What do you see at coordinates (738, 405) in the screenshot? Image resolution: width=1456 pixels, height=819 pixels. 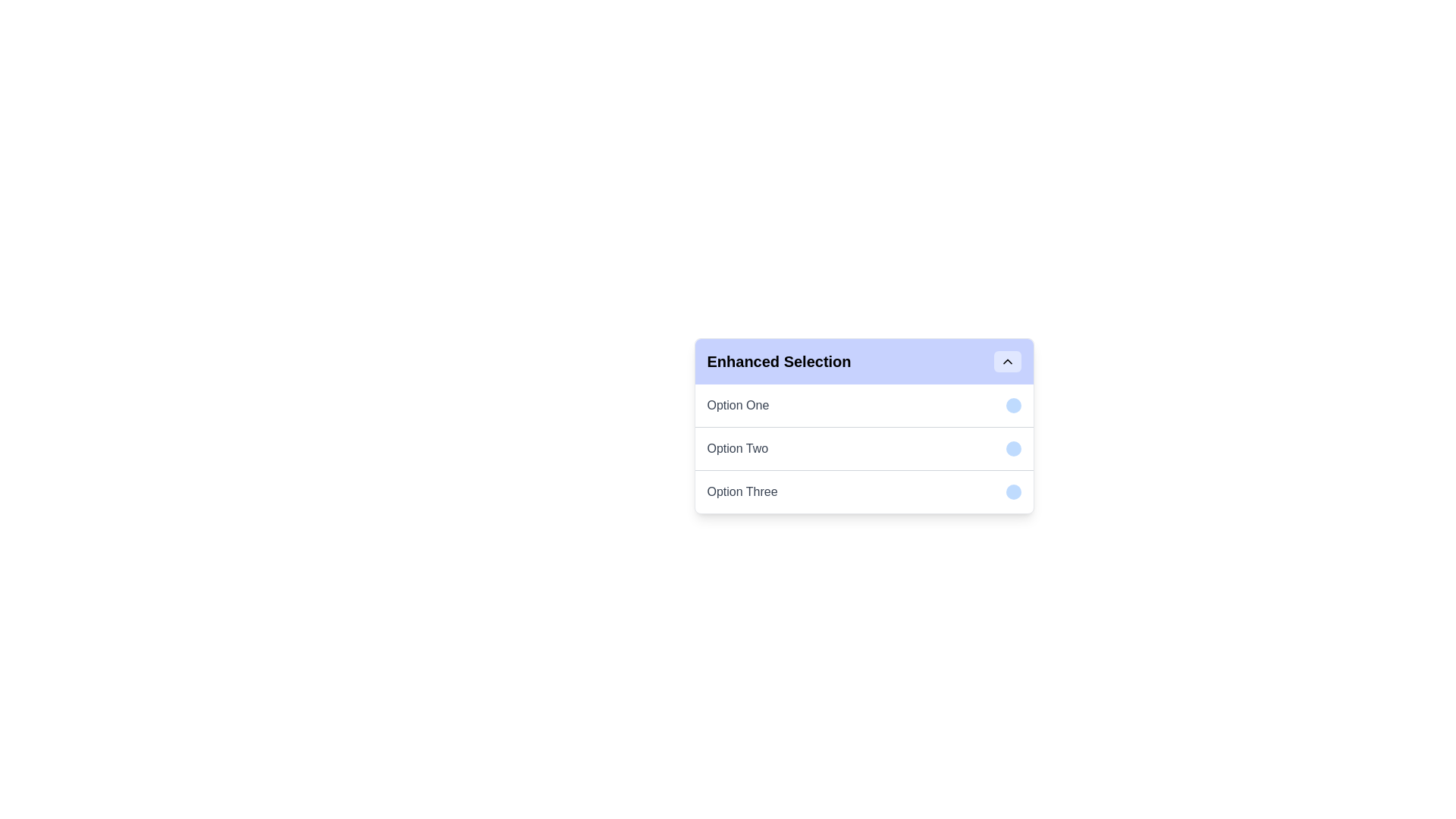 I see `the text label displaying 'Option One' in medium-gray font, located in the top-left section of the 'Enhanced Selection' list` at bounding box center [738, 405].